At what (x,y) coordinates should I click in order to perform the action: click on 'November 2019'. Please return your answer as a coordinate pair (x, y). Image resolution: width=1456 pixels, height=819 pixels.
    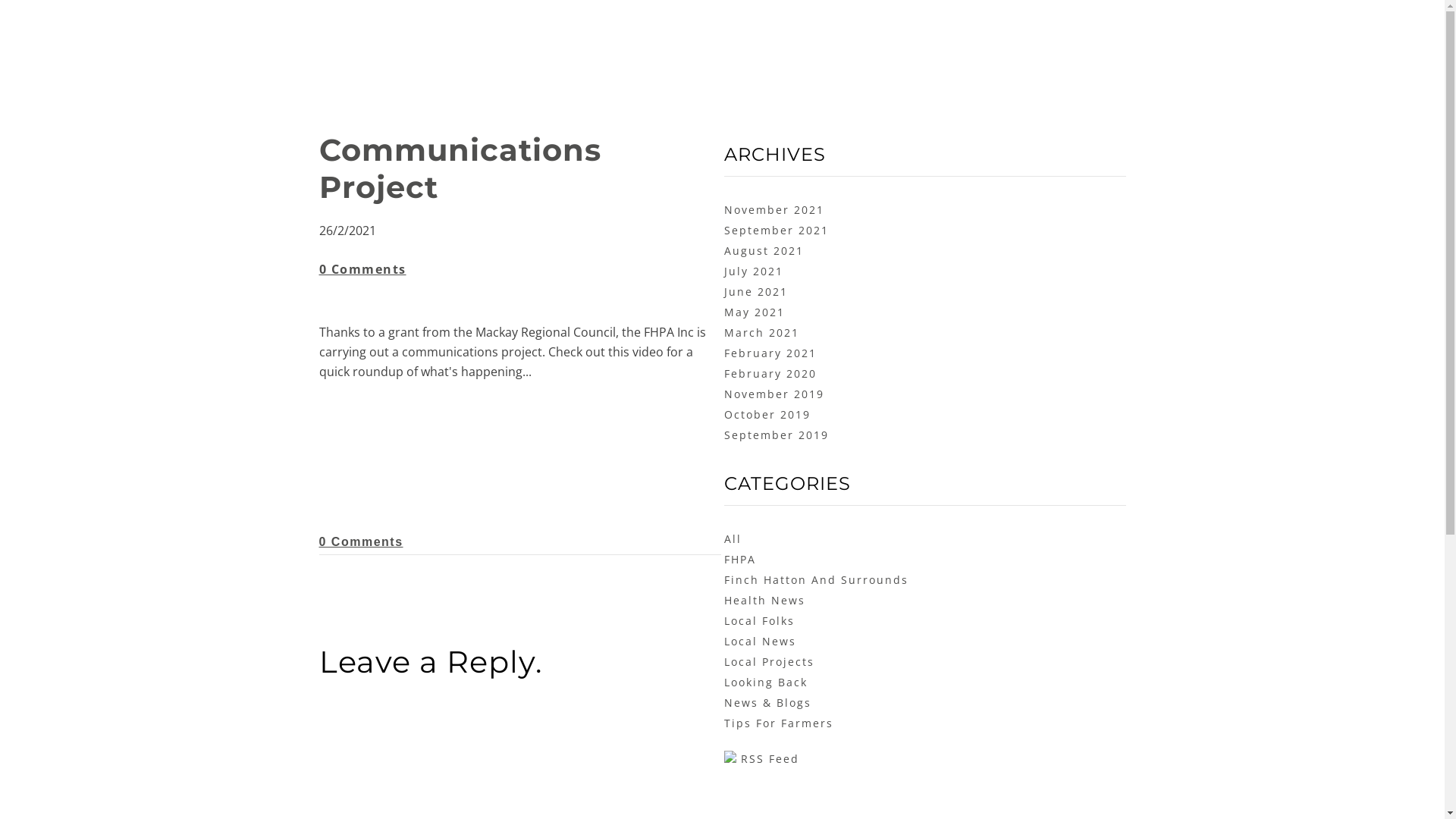
    Looking at the image, I should click on (773, 393).